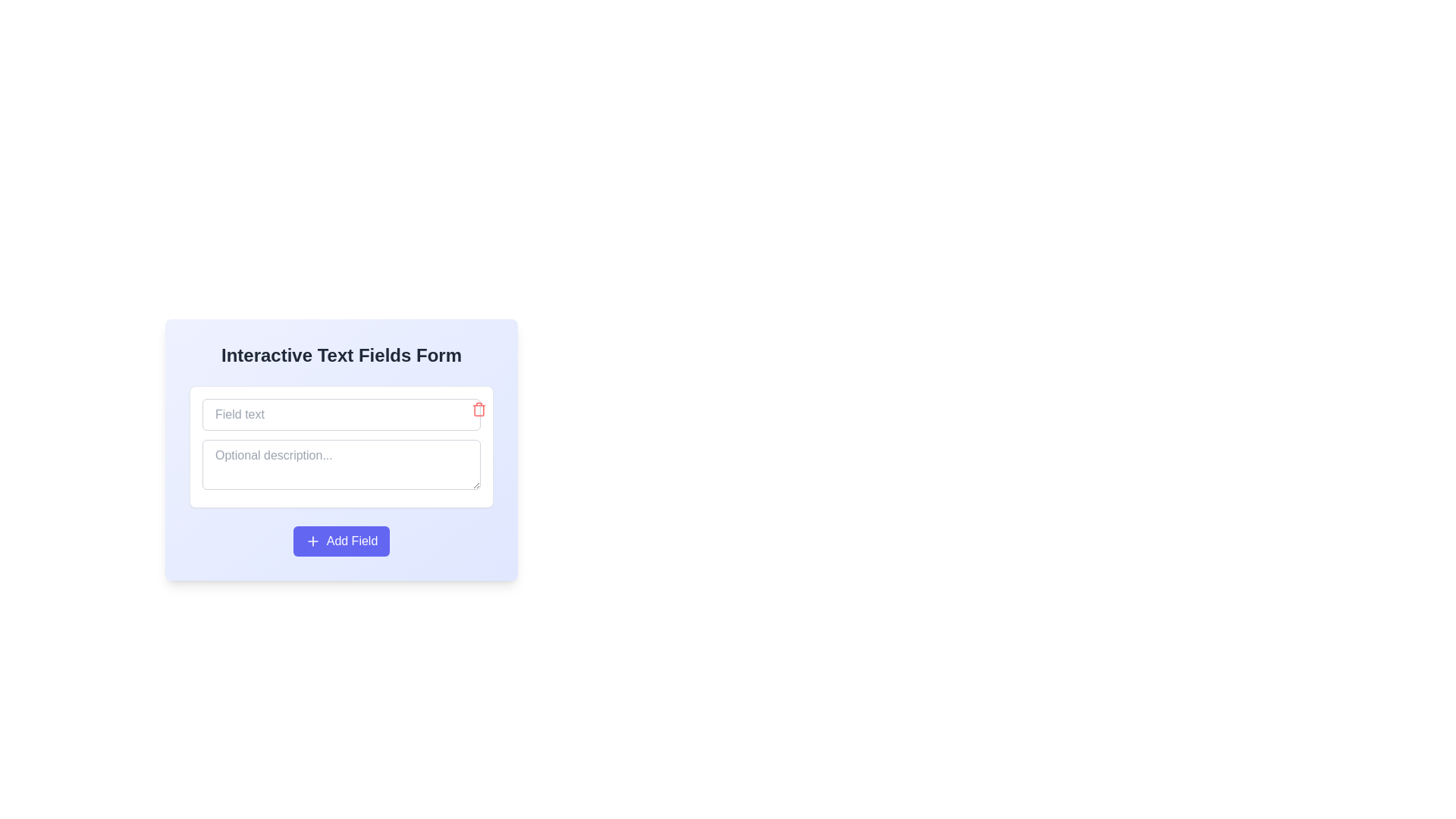 The image size is (1456, 819). Describe the element at coordinates (340, 489) in the screenshot. I see `the multi-line text input field located below the 'Field text' input and beneath the main title 'Interactive Text Fields Form' by pressing the Tab key` at that location.